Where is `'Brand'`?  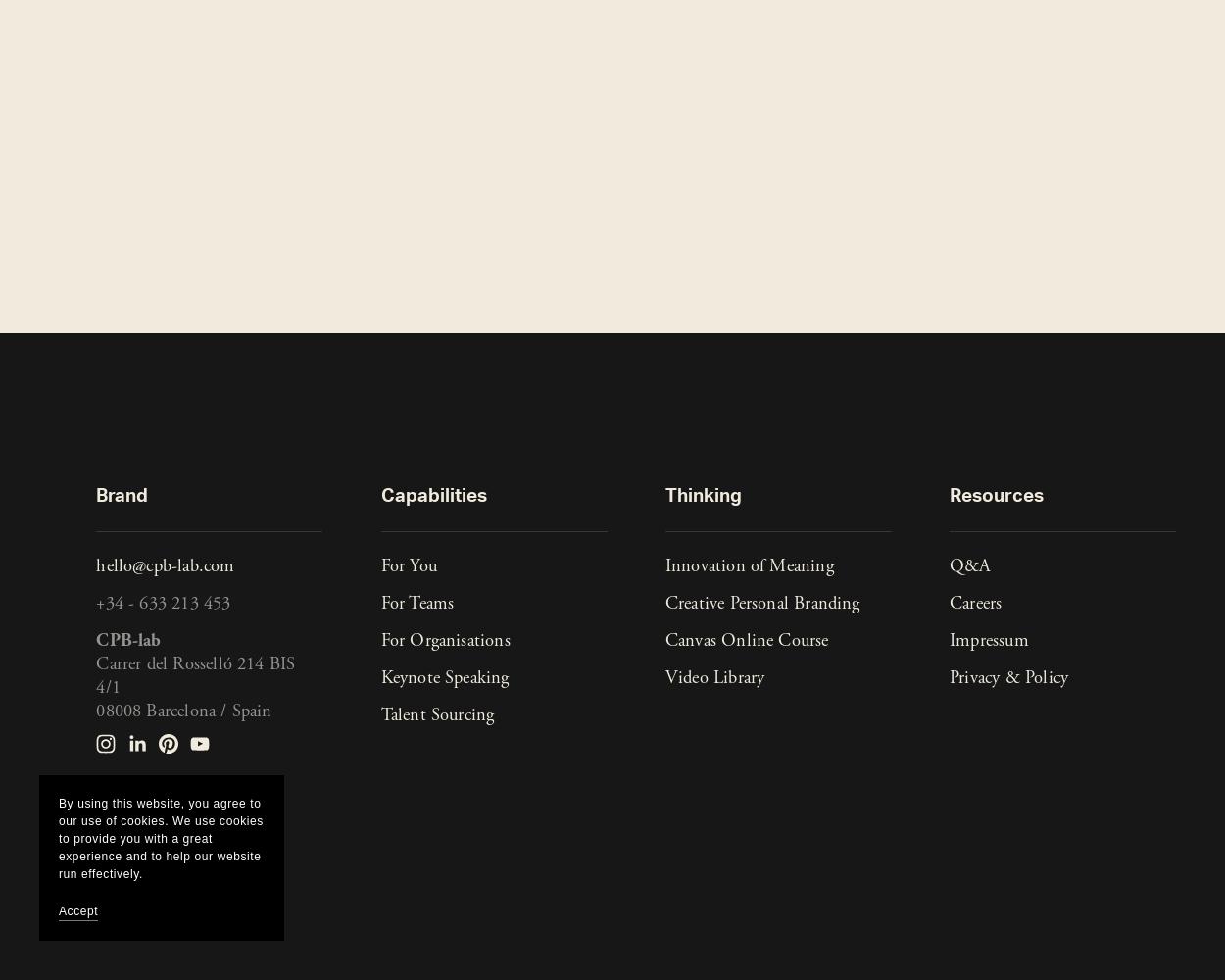
'Brand' is located at coordinates (121, 495).